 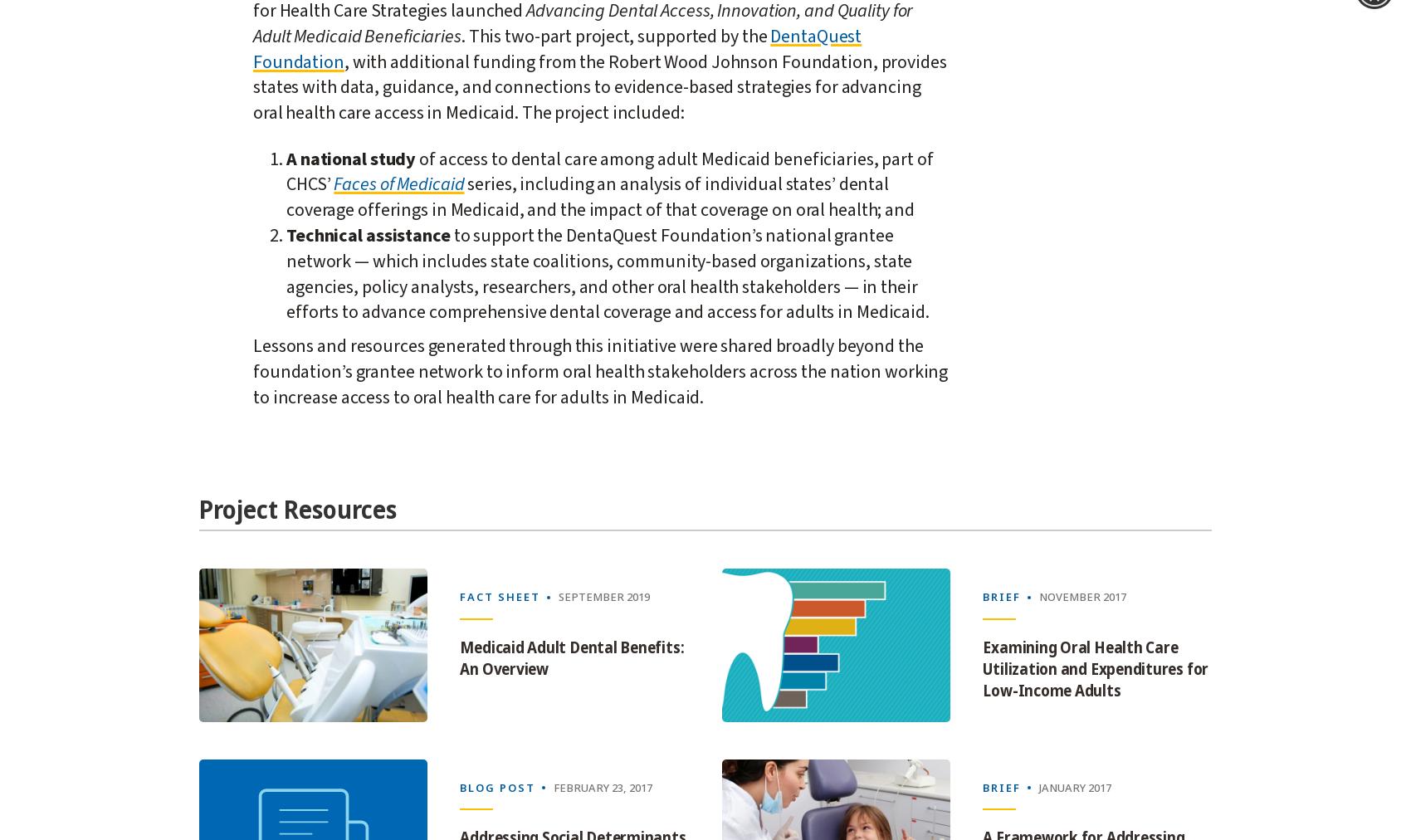 What do you see at coordinates (357, 158) in the screenshot?
I see `'national study'` at bounding box center [357, 158].